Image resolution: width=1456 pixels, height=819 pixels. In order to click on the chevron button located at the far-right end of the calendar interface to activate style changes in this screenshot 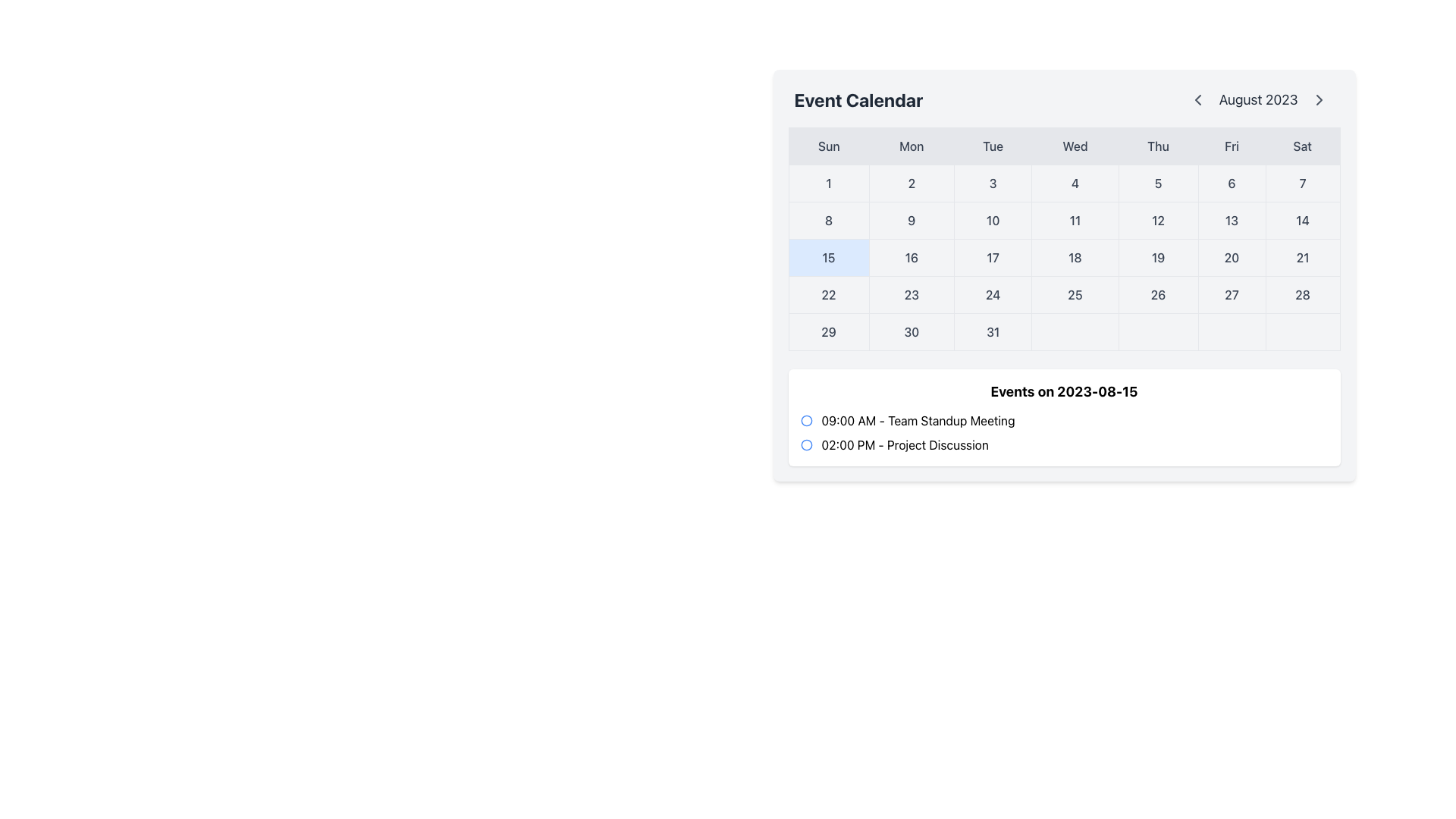, I will do `click(1318, 99)`.